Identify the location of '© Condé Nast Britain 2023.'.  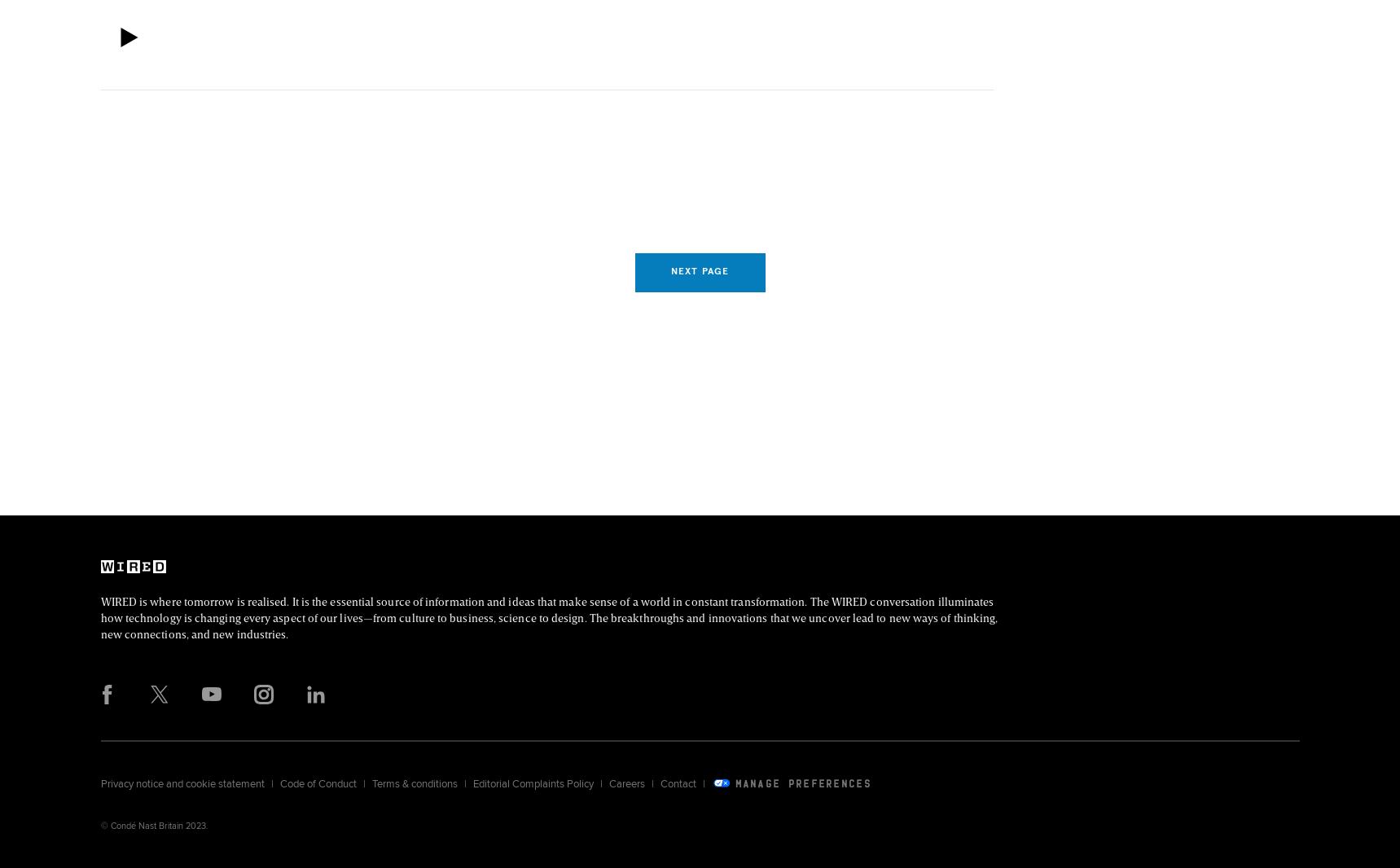
(152, 825).